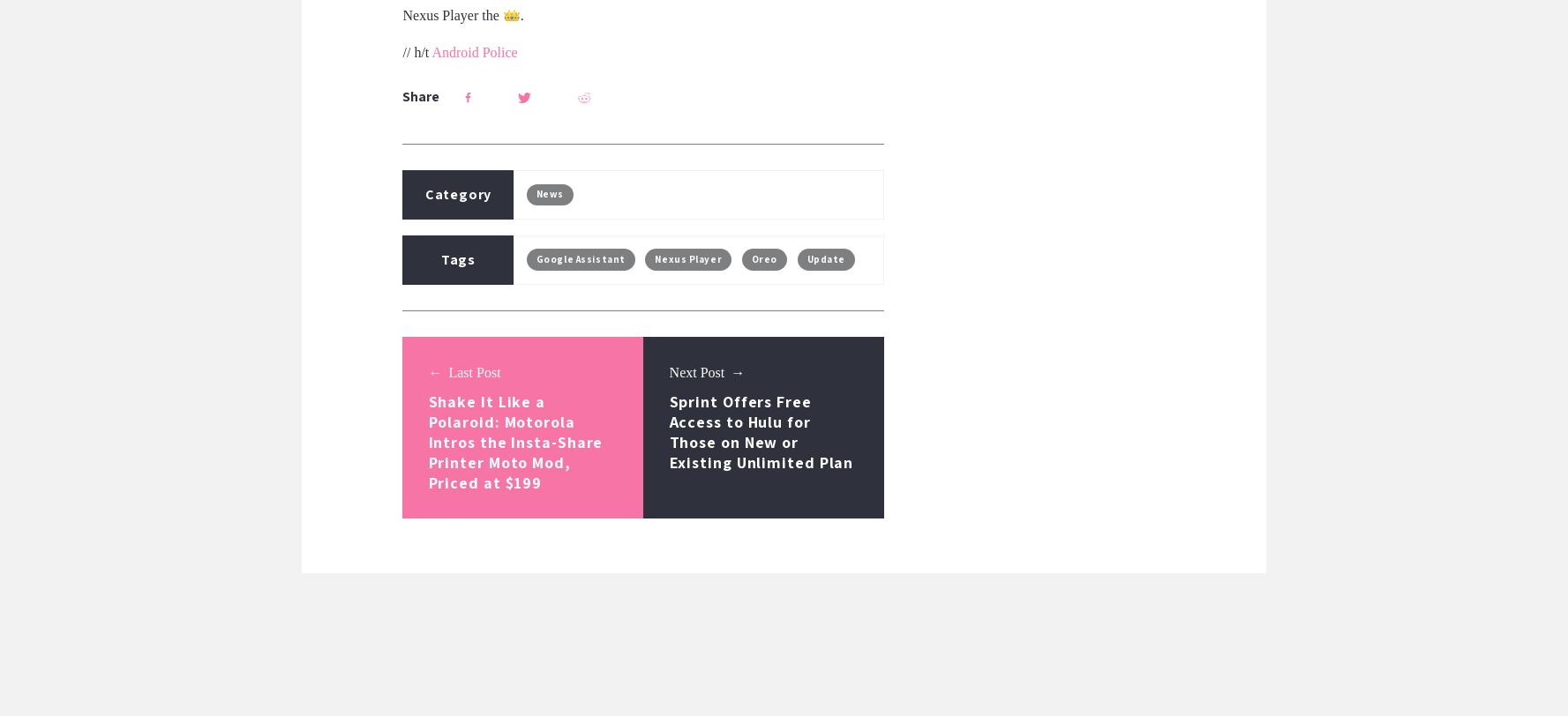  Describe the element at coordinates (696, 372) in the screenshot. I see `'Next Post'` at that location.